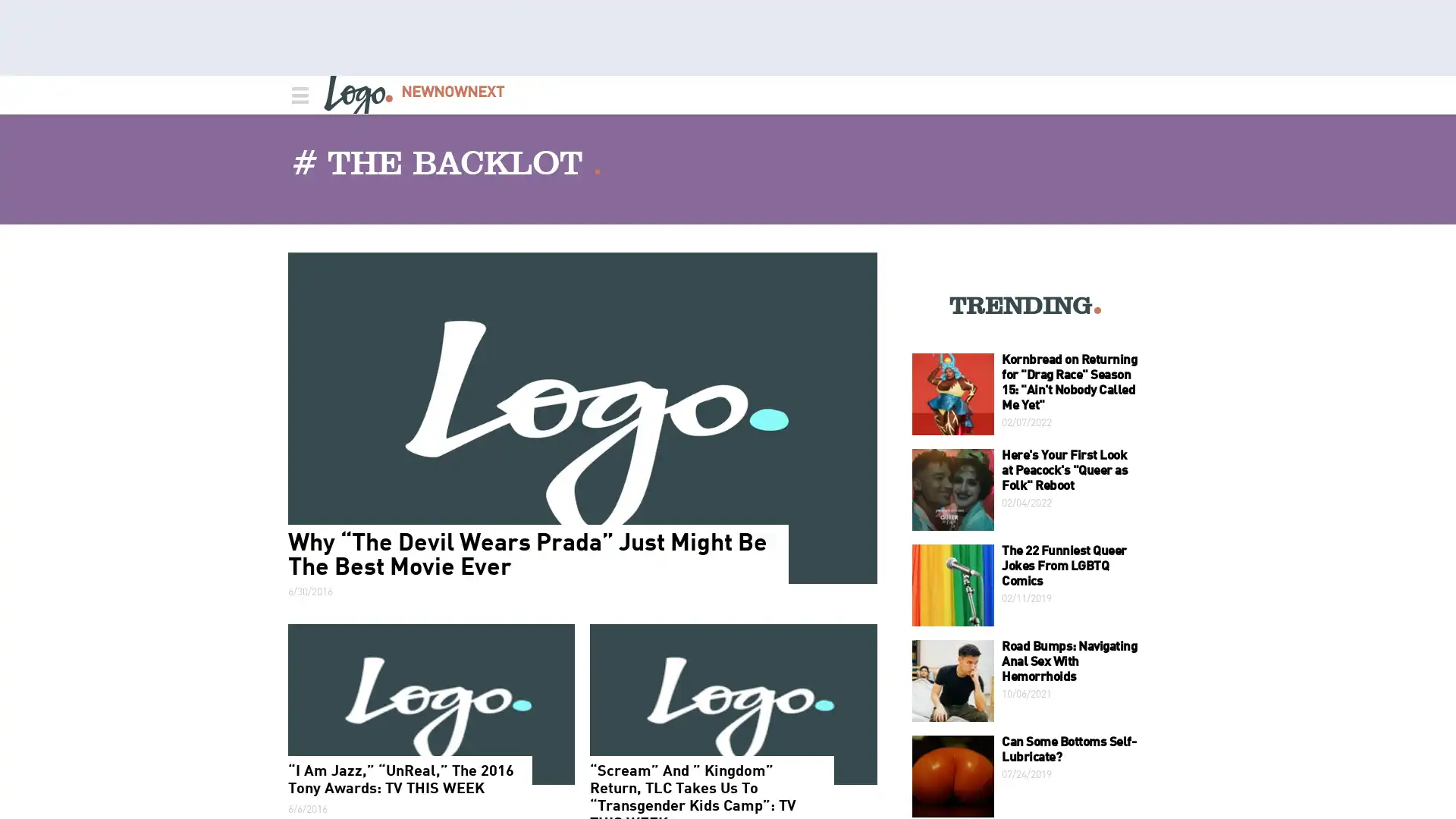 This screenshot has width=1456, height=819. Describe the element at coordinates (298, 94) in the screenshot. I see `Open main navigation` at that location.